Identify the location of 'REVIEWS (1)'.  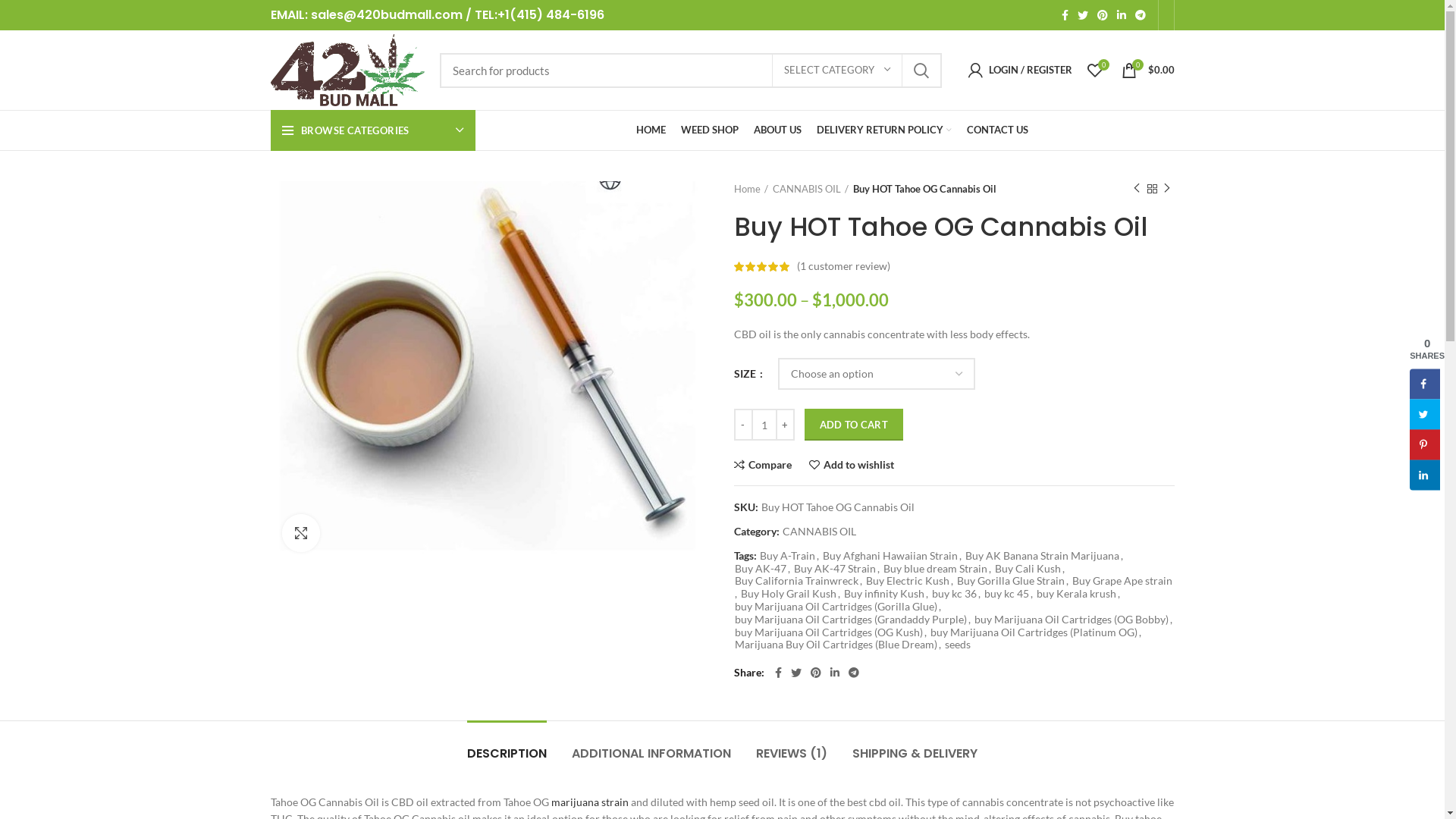
(790, 745).